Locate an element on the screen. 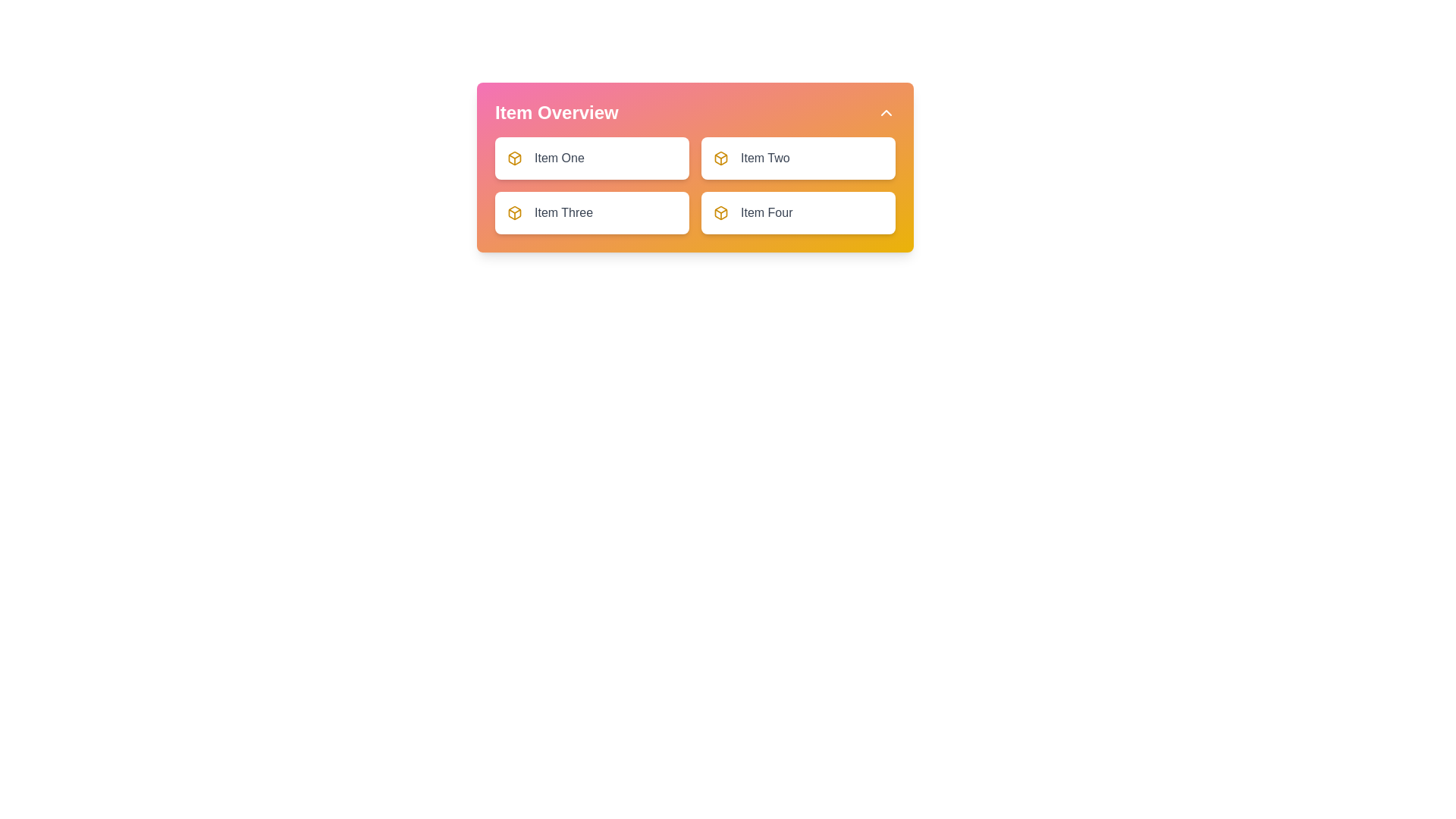  the icon representing 'Item Two' located in the top-right part of the item grid under 'Item Overview'. This icon is directly to the left of 'Item Two' is located at coordinates (720, 158).